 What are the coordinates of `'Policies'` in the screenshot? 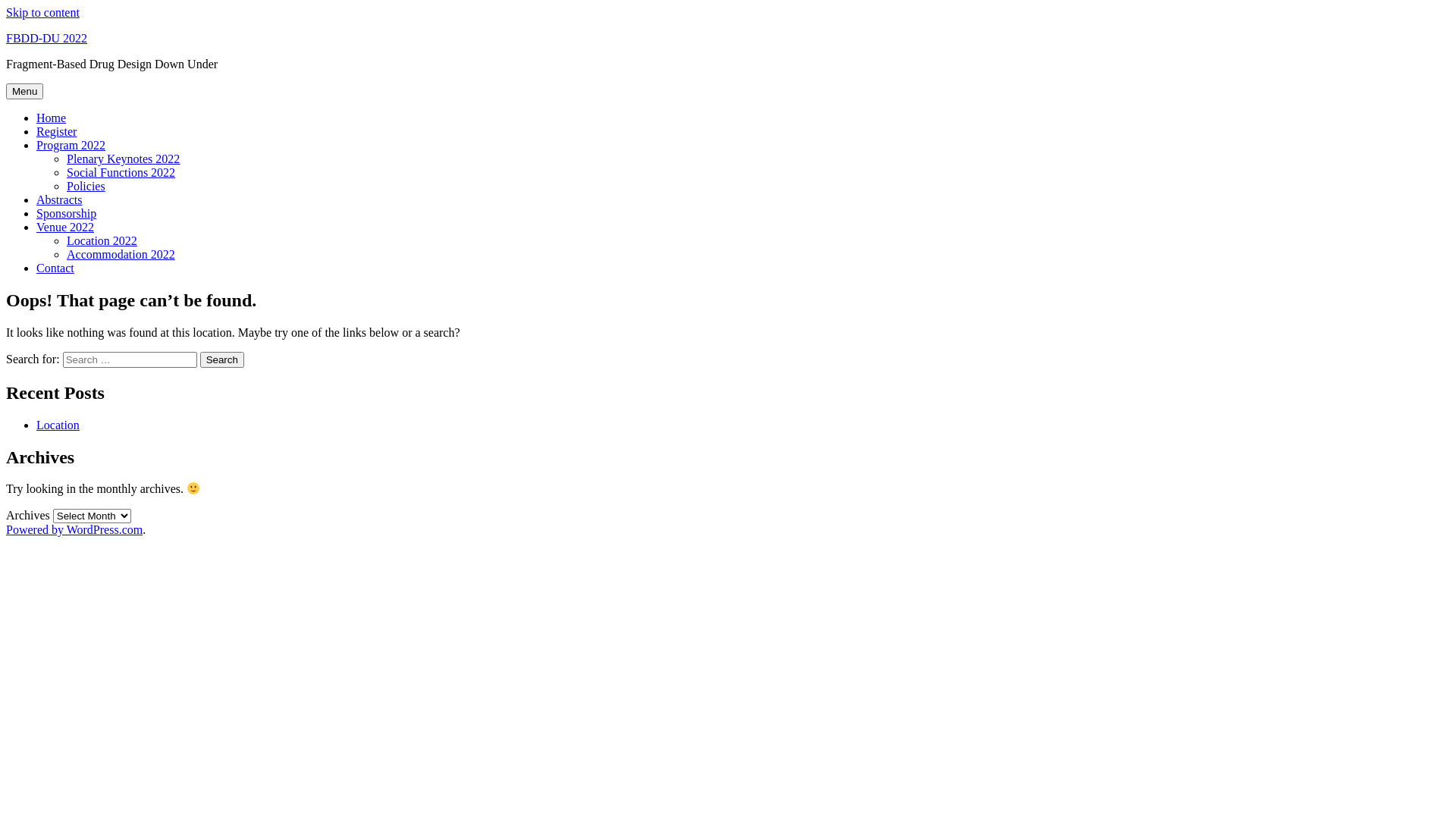 It's located at (65, 185).